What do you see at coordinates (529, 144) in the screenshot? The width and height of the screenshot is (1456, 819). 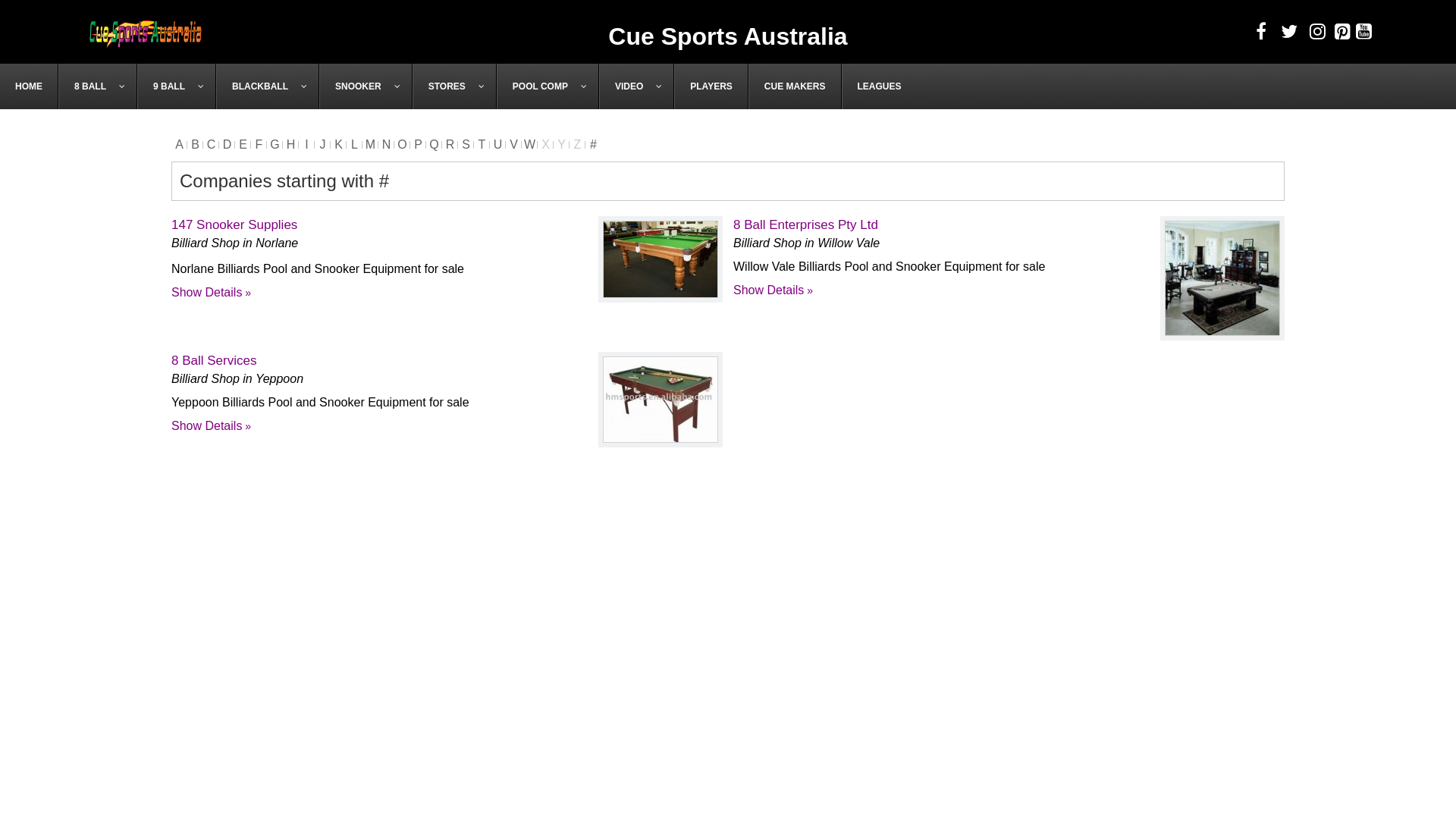 I see `'W'` at bounding box center [529, 144].